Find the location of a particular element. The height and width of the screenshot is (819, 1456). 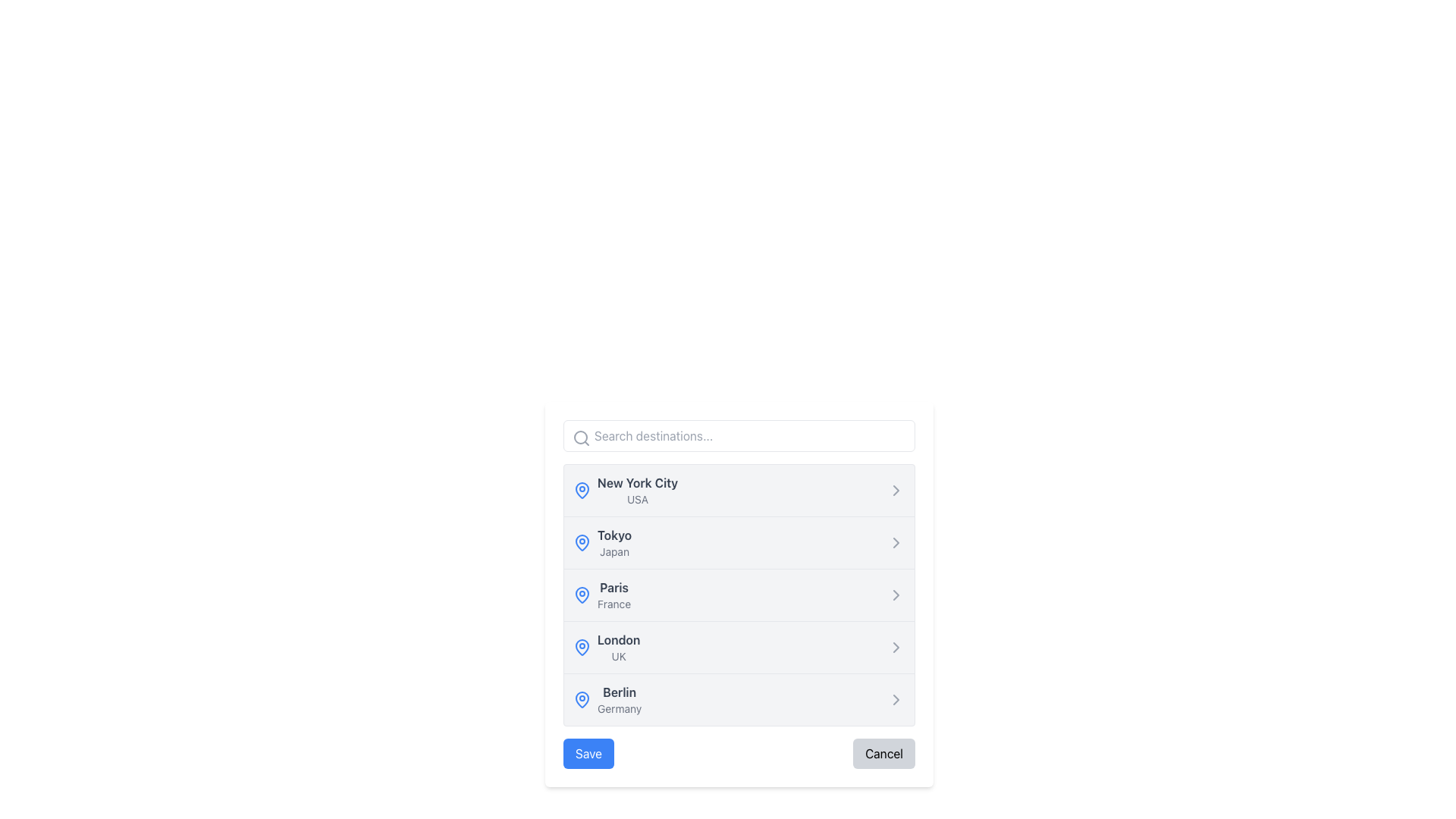

the second list item labeled 'Tokyo, Japan' is located at coordinates (739, 541).